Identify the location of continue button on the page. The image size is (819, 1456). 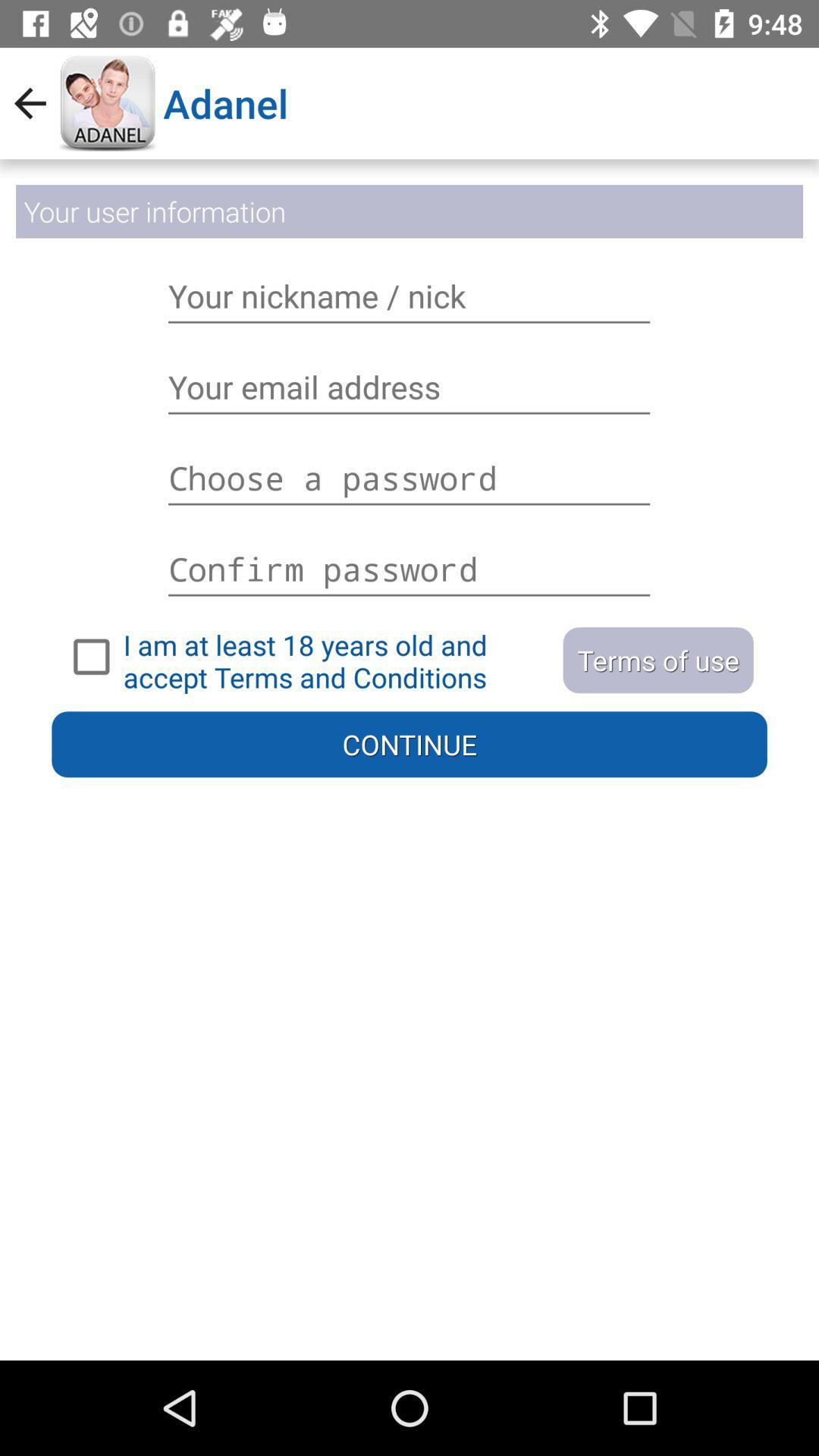
(409, 745).